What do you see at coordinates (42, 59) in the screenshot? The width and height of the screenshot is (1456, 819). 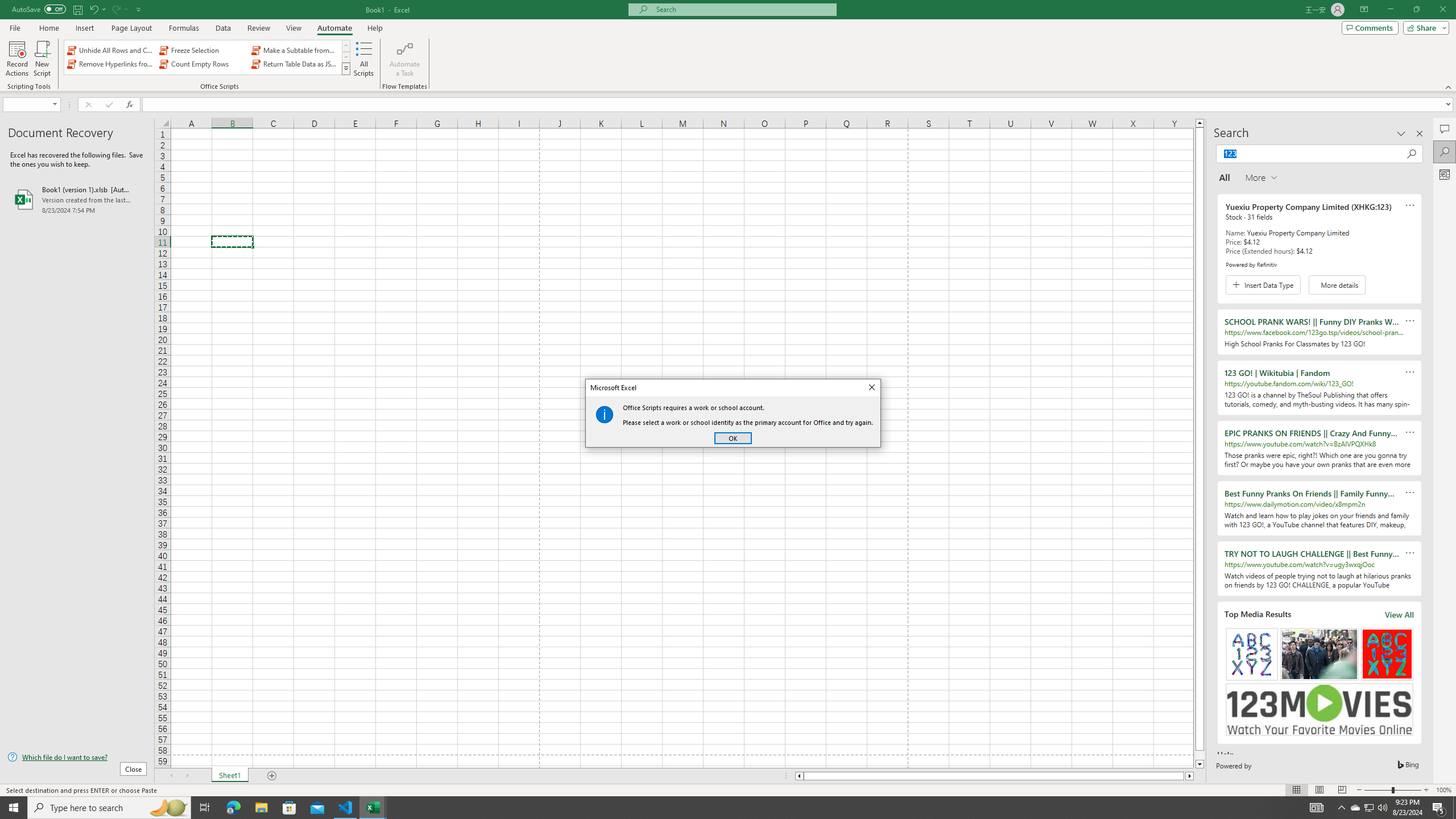 I see `'New Script'` at bounding box center [42, 59].